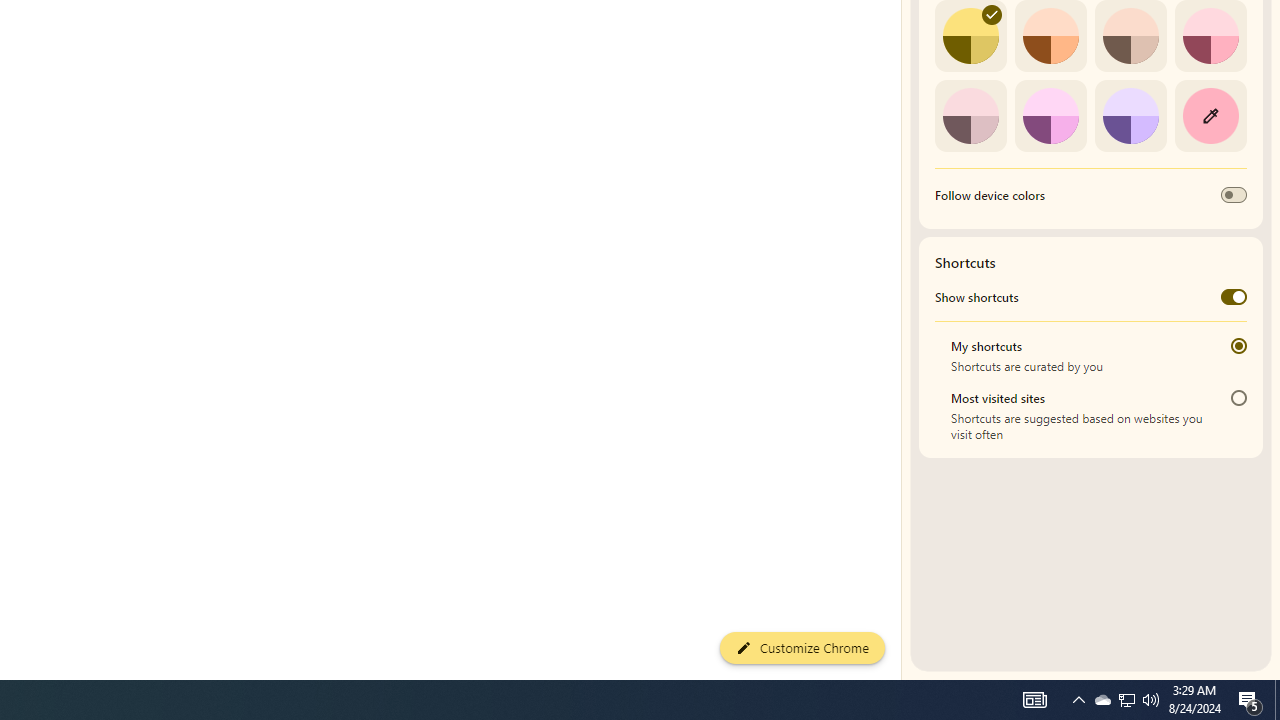  What do you see at coordinates (1130, 36) in the screenshot?
I see `'Apricot'` at bounding box center [1130, 36].